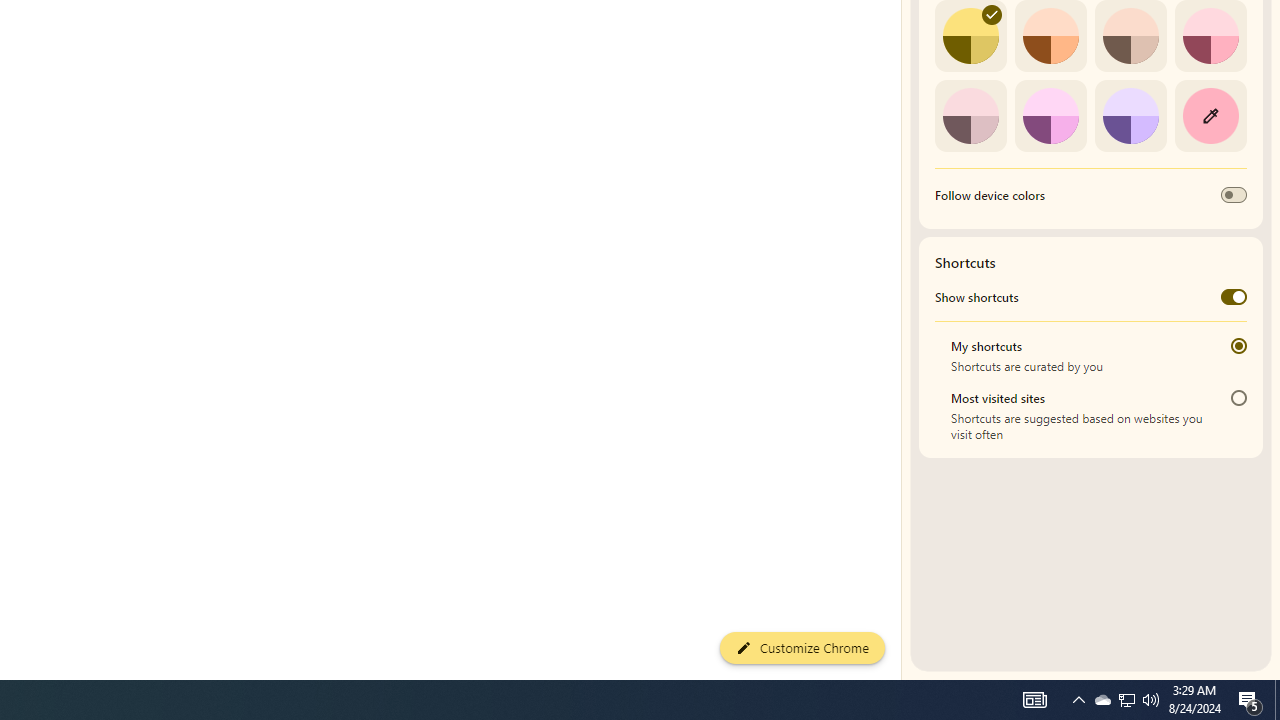  What do you see at coordinates (1130, 36) in the screenshot?
I see `'Apricot'` at bounding box center [1130, 36].